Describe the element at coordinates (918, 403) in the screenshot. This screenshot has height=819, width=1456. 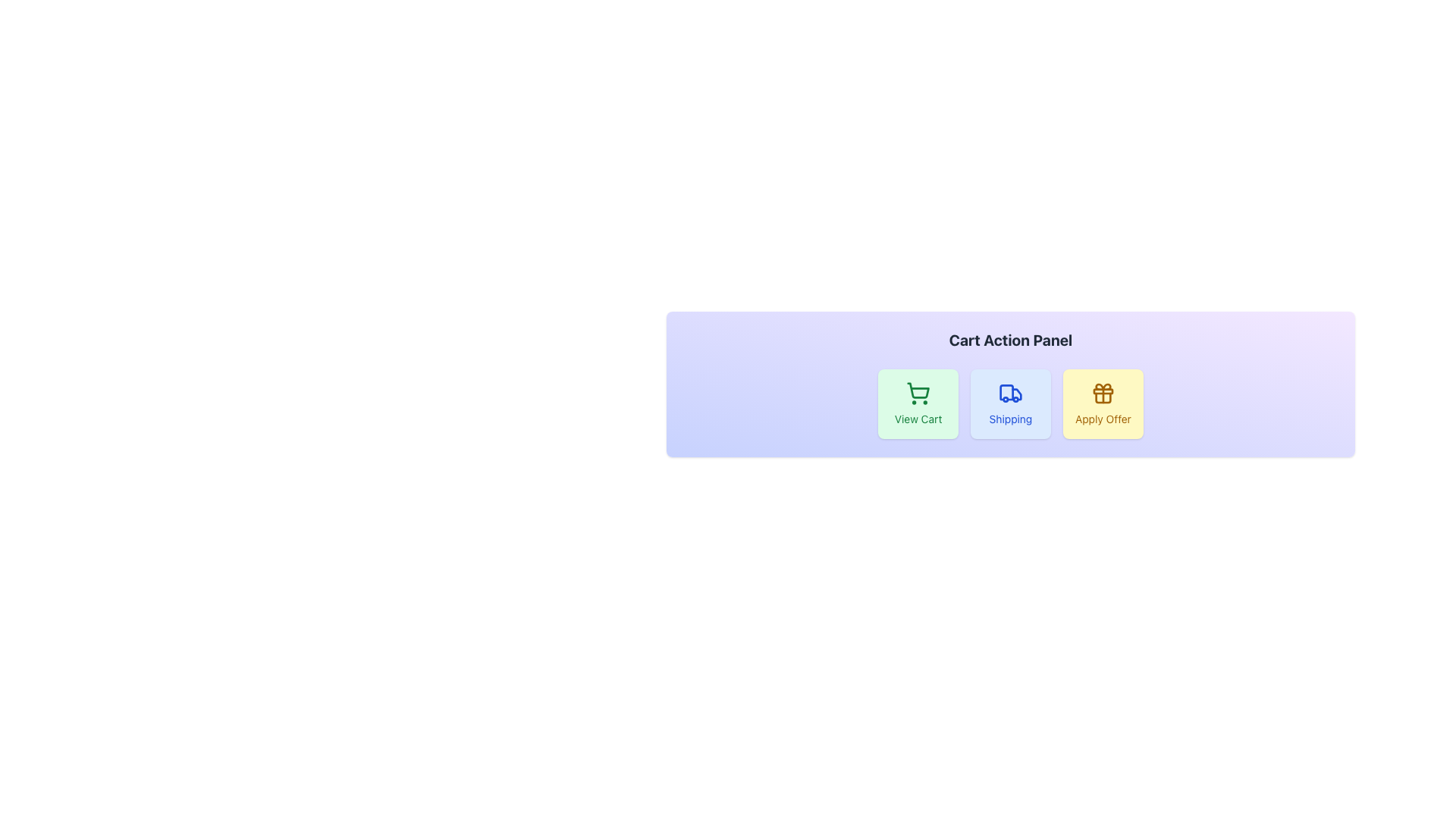
I see `the 'View Cart' button, which is the first button in a horizontal group of three buttons, featuring a light green background, a shopping cart icon, and green text below the icon` at that location.